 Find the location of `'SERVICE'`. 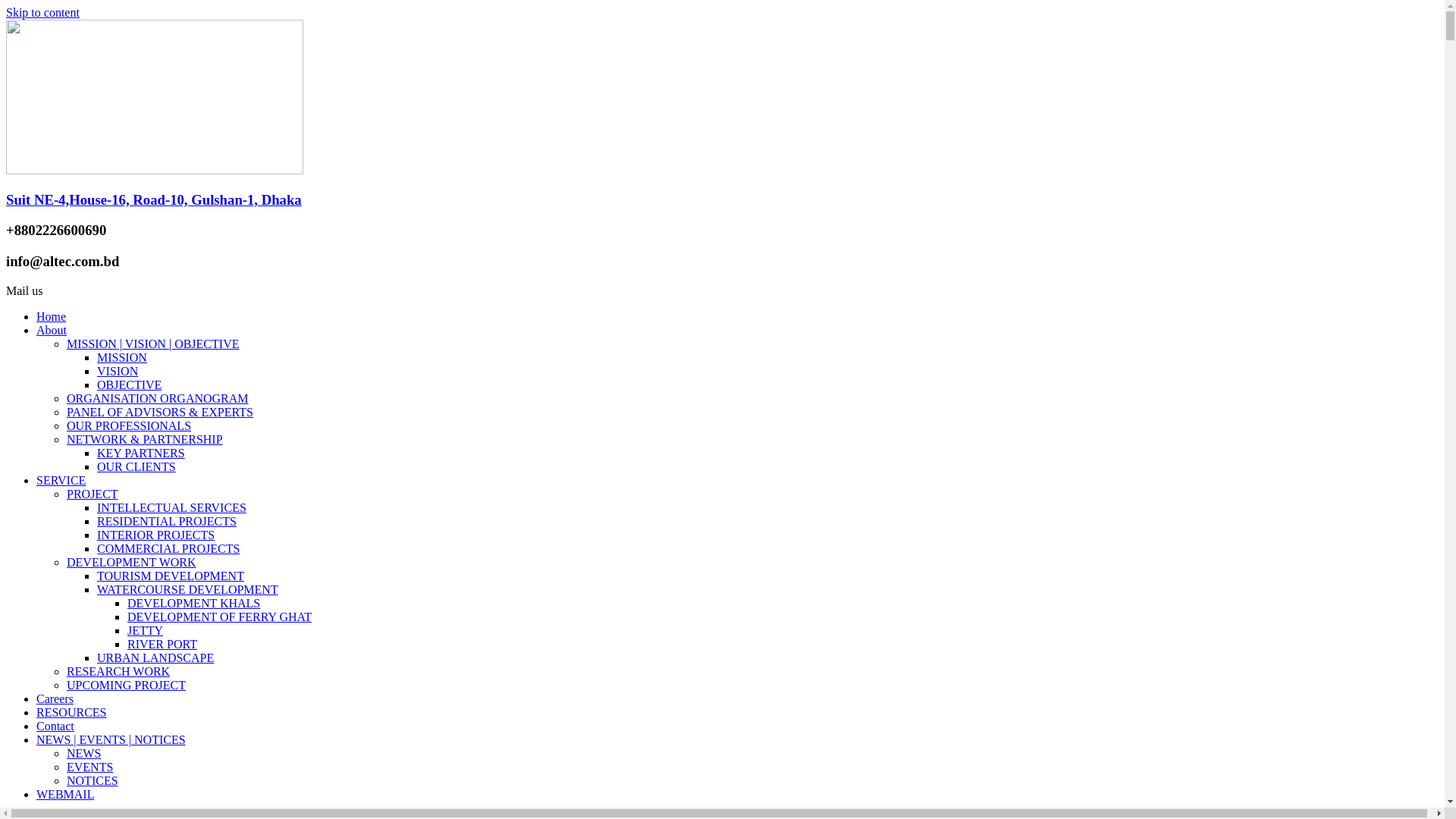

'SERVICE' is located at coordinates (61, 480).